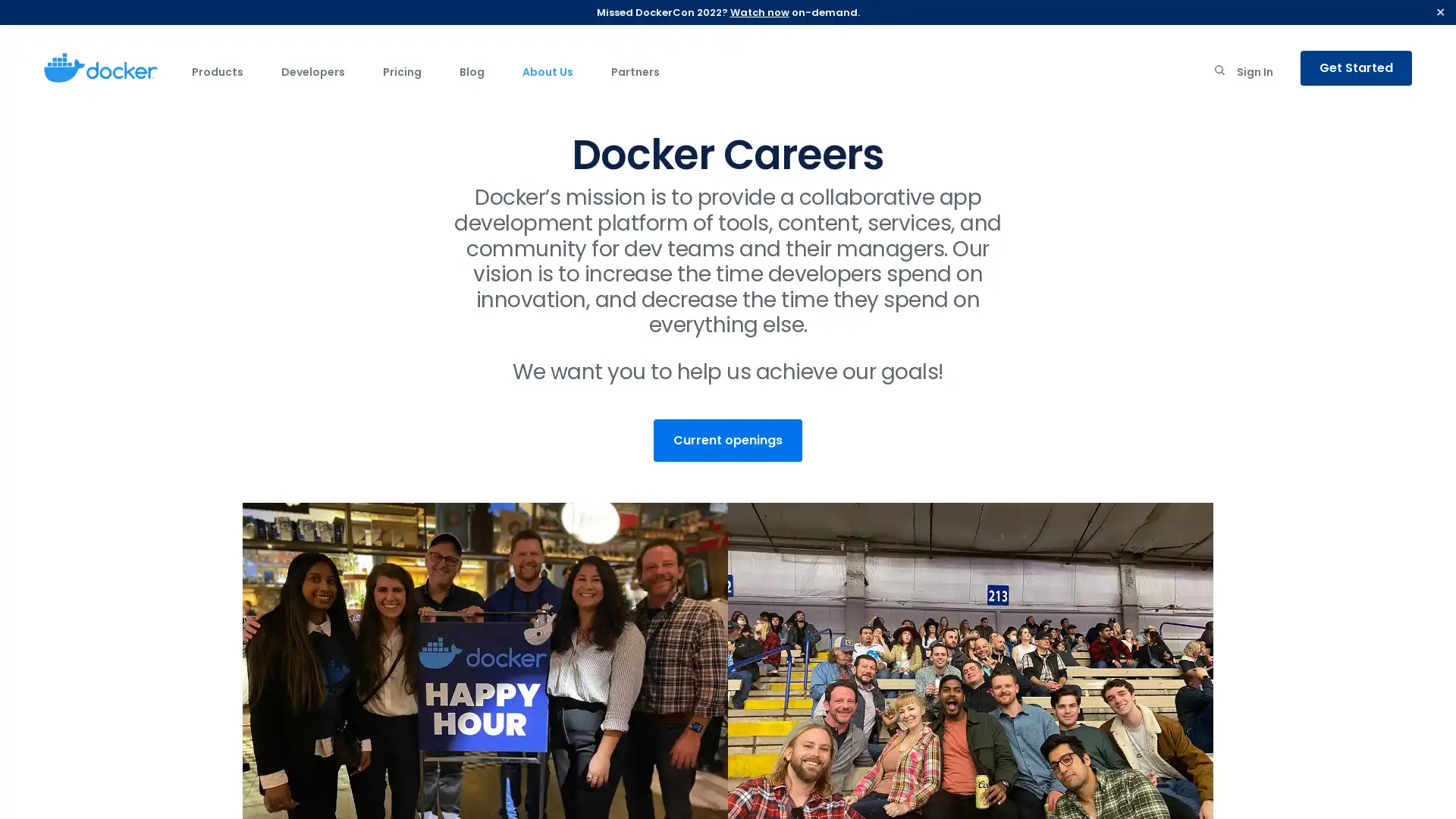 This screenshot has height=819, width=1456. What do you see at coordinates (1219, 73) in the screenshot?
I see `Search` at bounding box center [1219, 73].